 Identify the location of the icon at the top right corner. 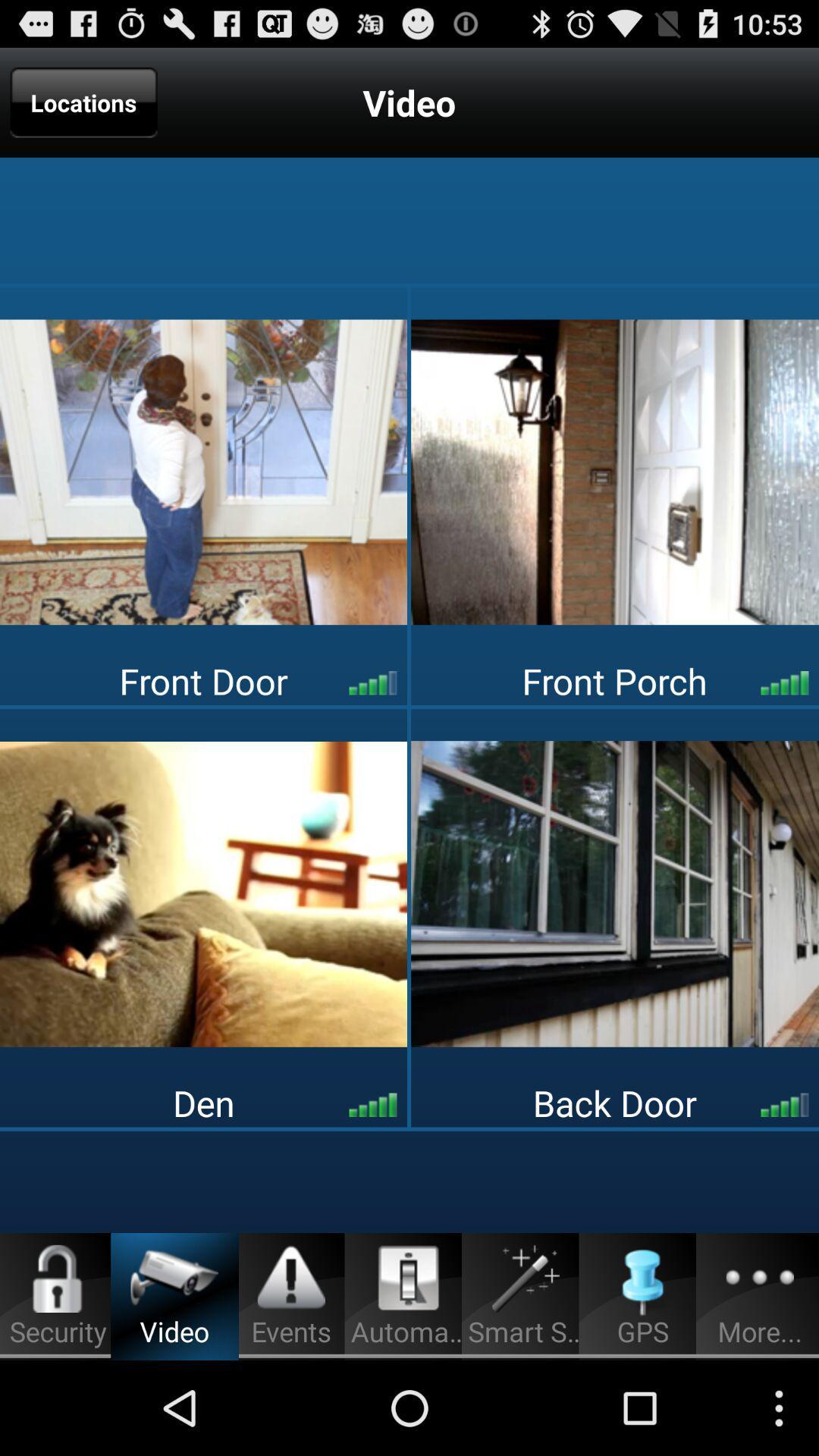
(615, 471).